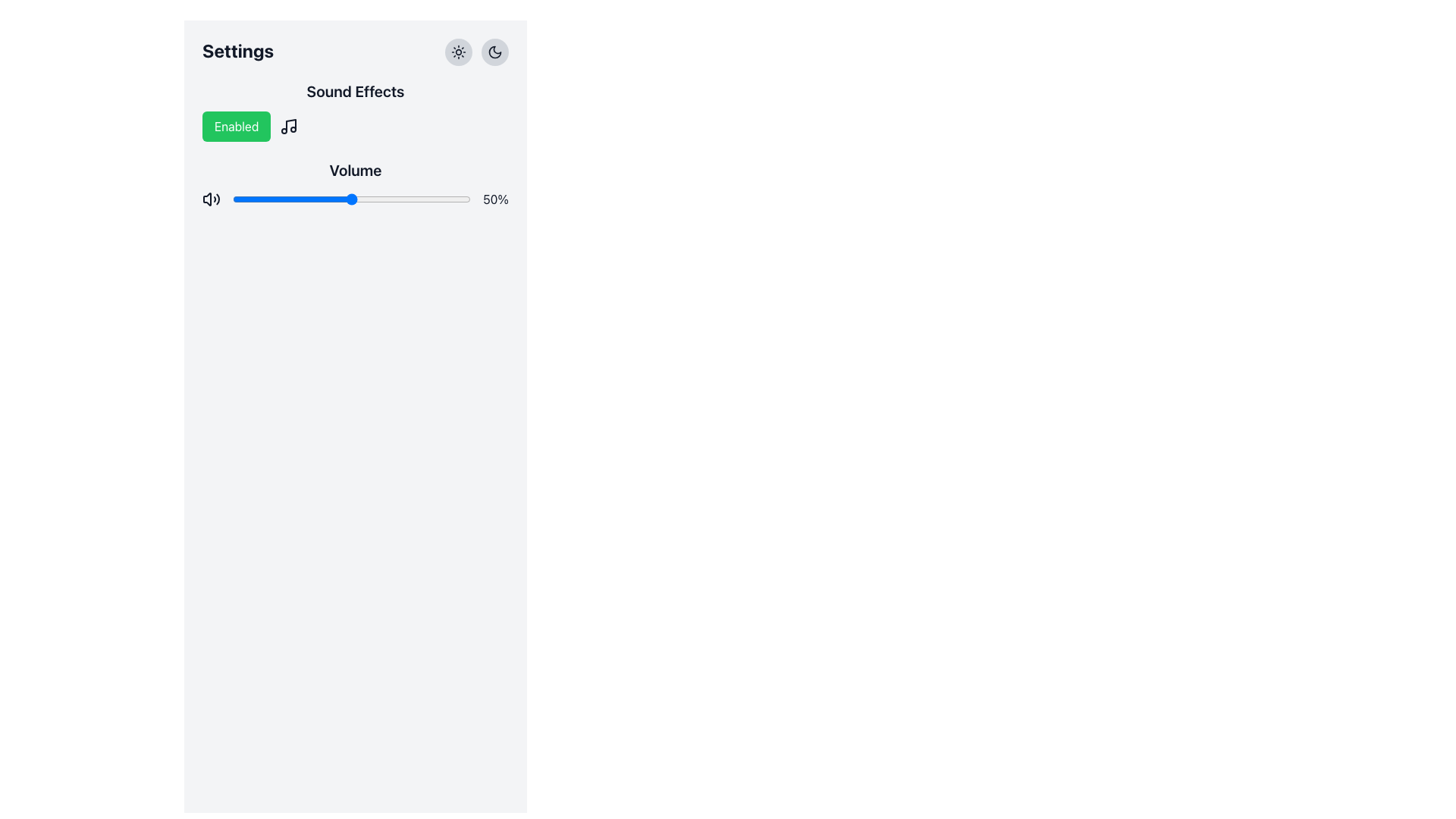 Image resolution: width=1456 pixels, height=819 pixels. I want to click on the circular sun icon button located at the top-right corner of the settings panel, so click(457, 52).